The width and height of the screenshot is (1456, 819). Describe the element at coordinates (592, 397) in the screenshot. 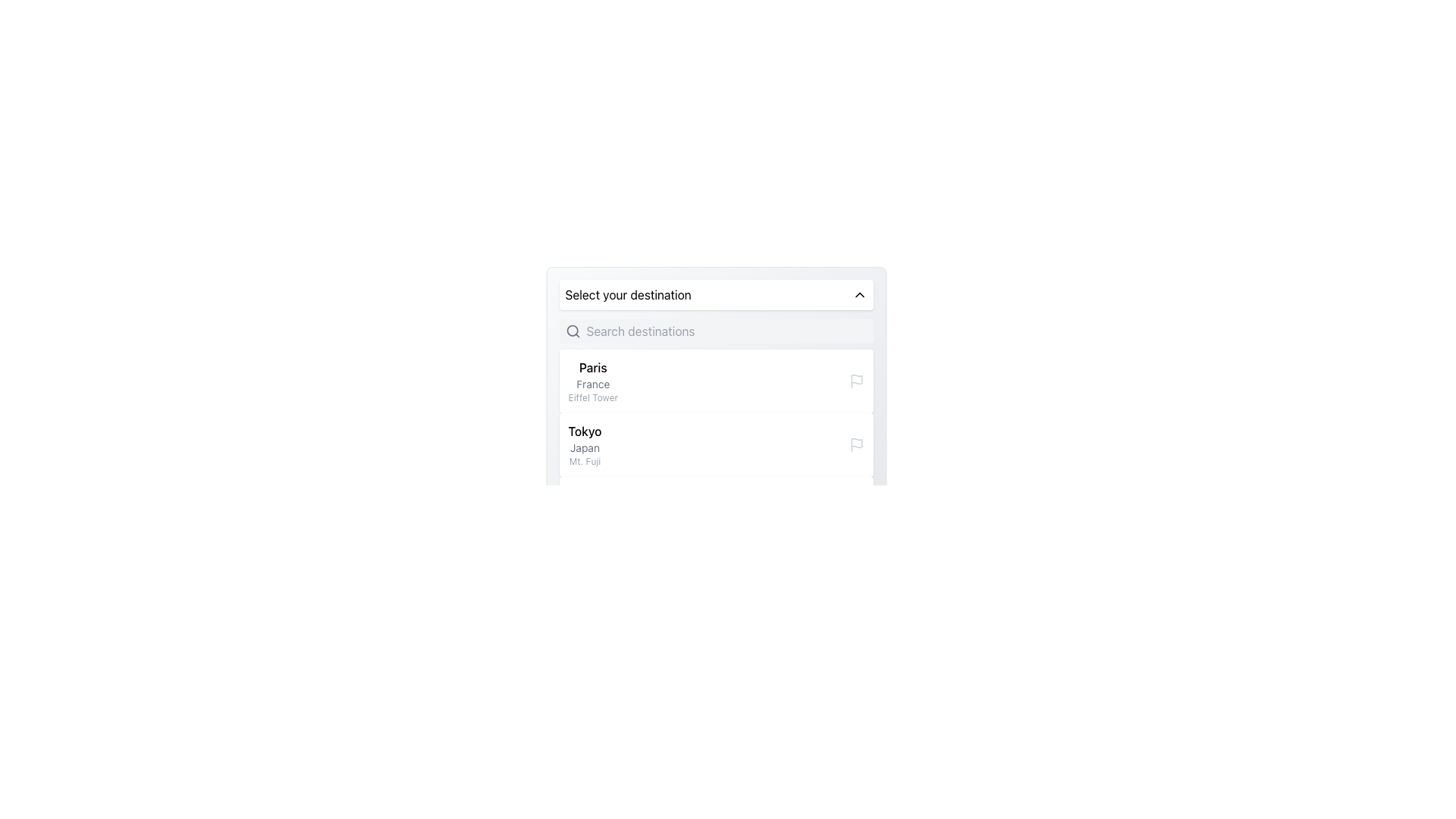

I see `the small-sized gray text label saying 'Eiffel Tower' that is positioned below the 'France' label within the 'Paris' destination entry` at that location.